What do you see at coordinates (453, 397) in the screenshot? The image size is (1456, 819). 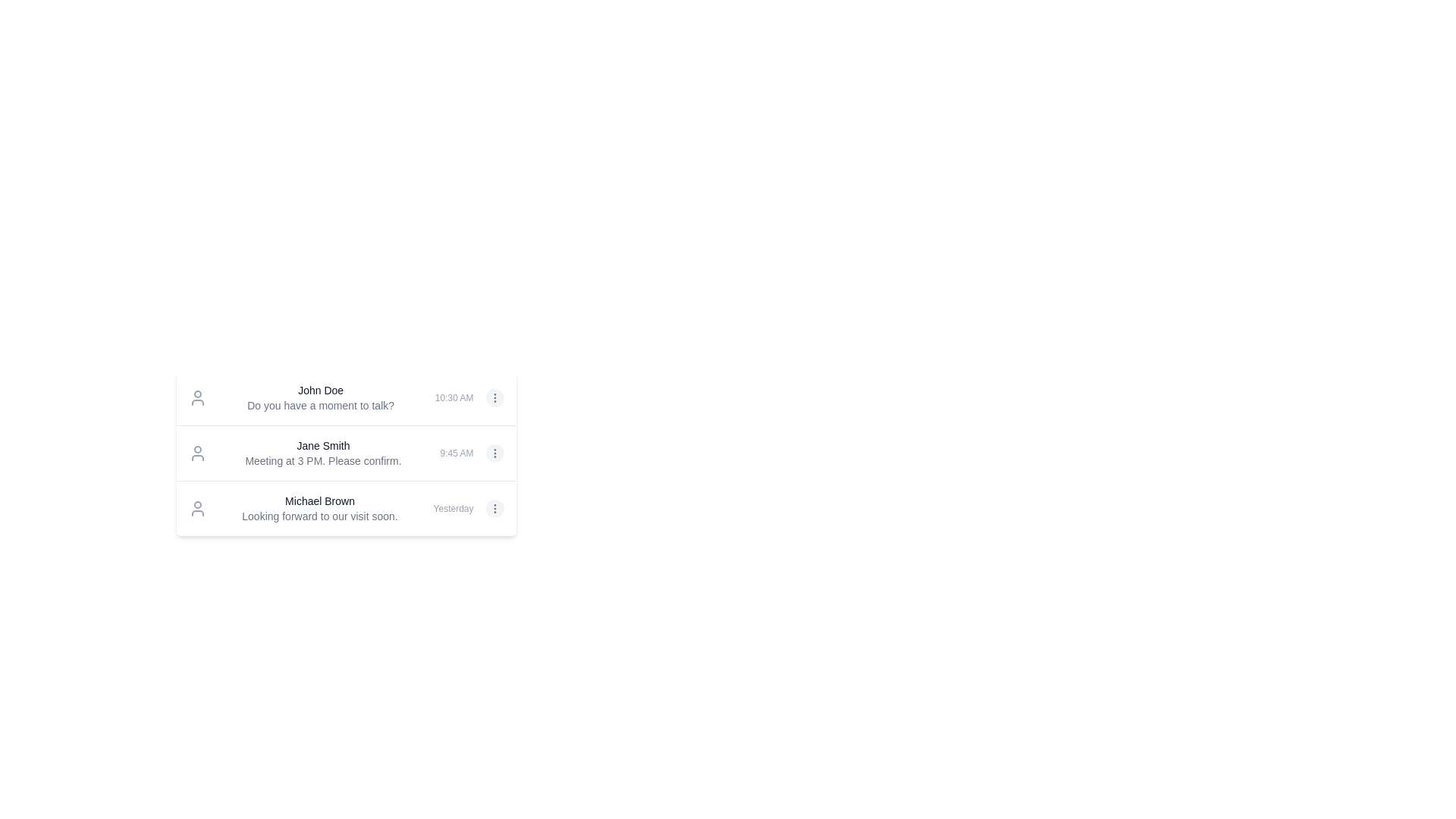 I see `the text label displaying the timestamp '10:30 AM', which is styled in small gray text and positioned to the right of the message entry` at bounding box center [453, 397].